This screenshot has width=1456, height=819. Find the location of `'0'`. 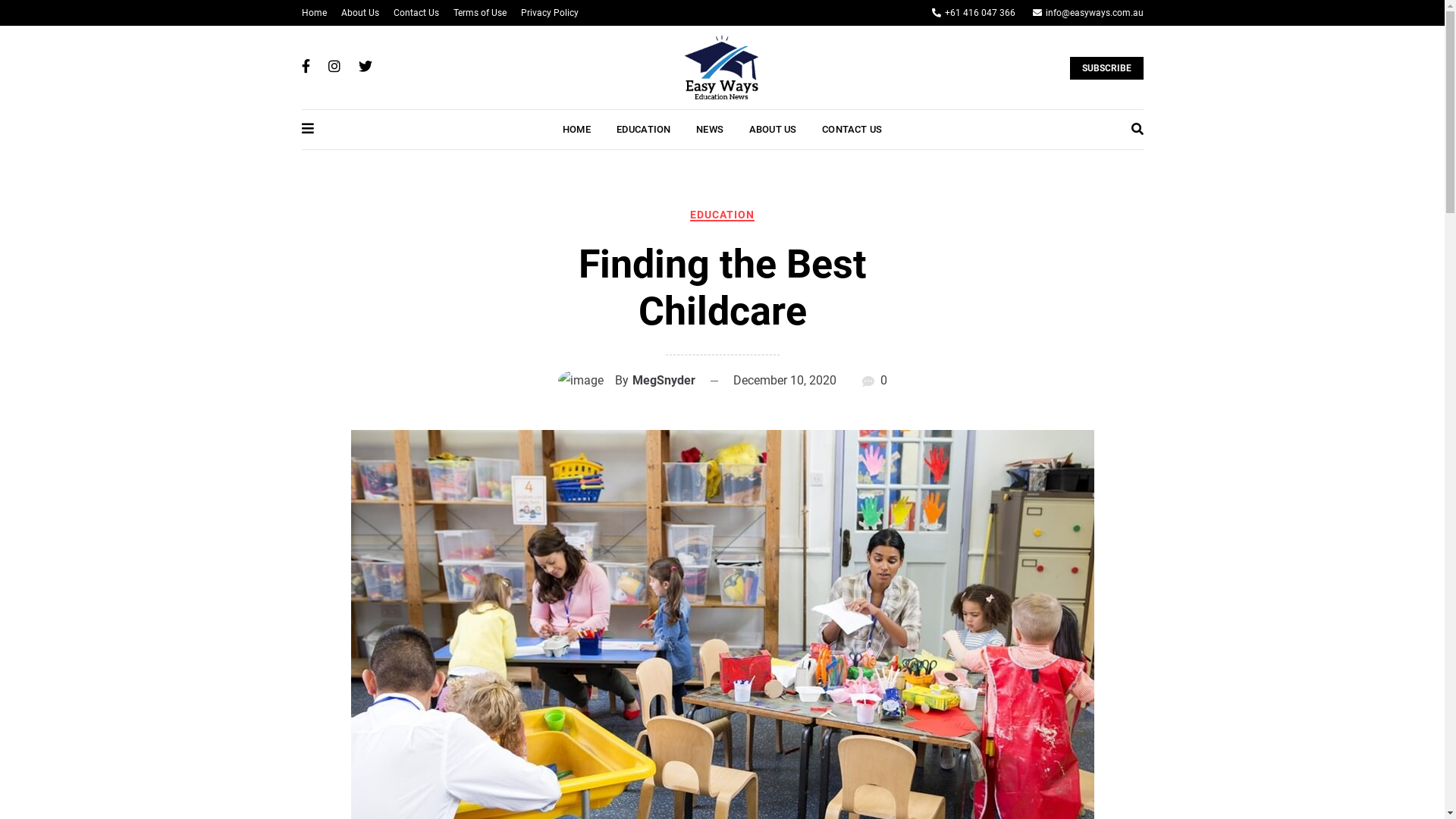

'0' is located at coordinates (883, 379).